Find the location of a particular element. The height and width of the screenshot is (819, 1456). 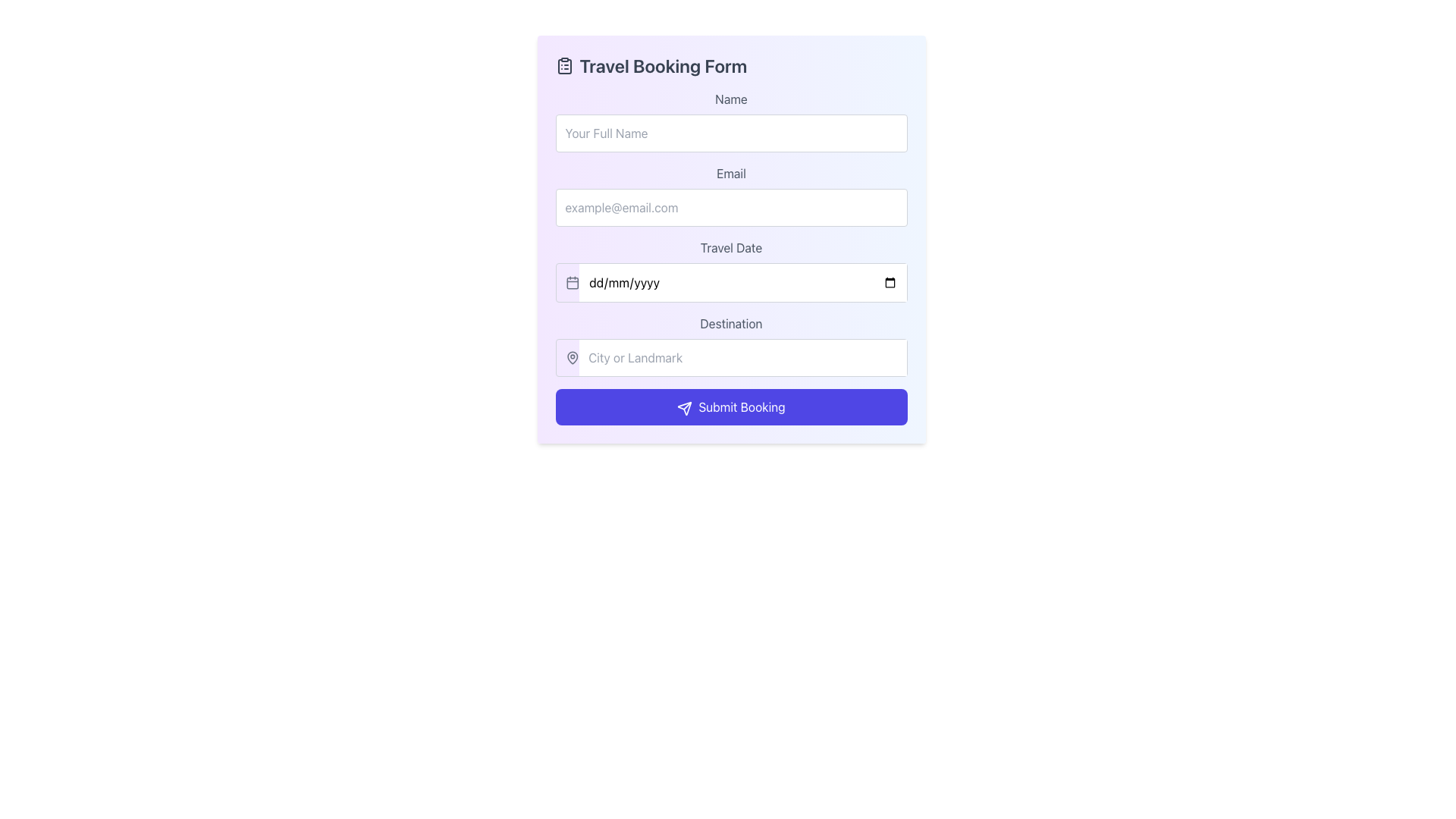

the submit button for the booking form, which is centrally aligned beneath the 'Destination' input field, to observe the hover effects is located at coordinates (731, 406).